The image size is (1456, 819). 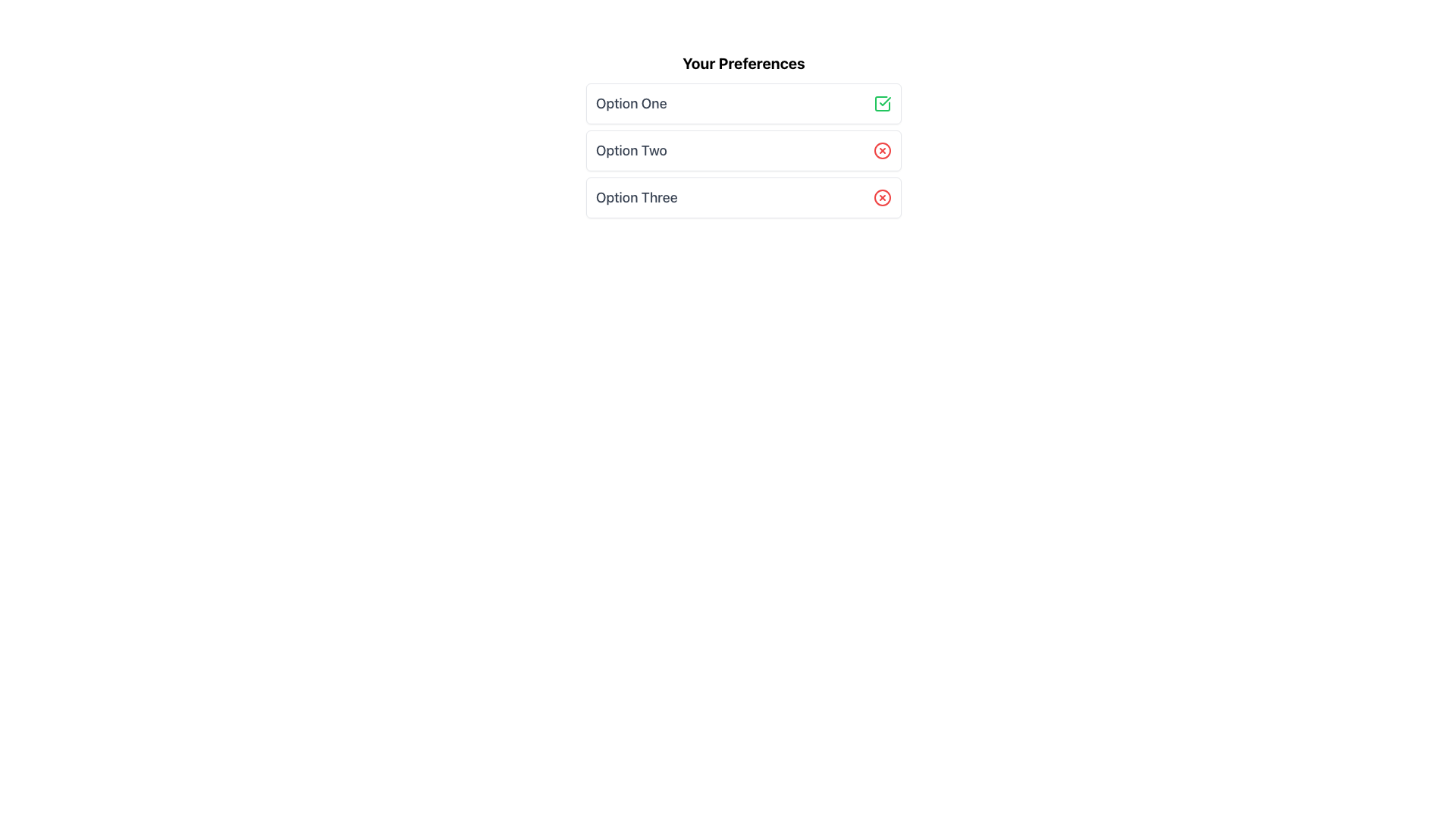 What do you see at coordinates (882, 197) in the screenshot?
I see `the red circular icon with a cross inside, located in the third row under 'Your Preferences' labeled 'Option Three'` at bounding box center [882, 197].